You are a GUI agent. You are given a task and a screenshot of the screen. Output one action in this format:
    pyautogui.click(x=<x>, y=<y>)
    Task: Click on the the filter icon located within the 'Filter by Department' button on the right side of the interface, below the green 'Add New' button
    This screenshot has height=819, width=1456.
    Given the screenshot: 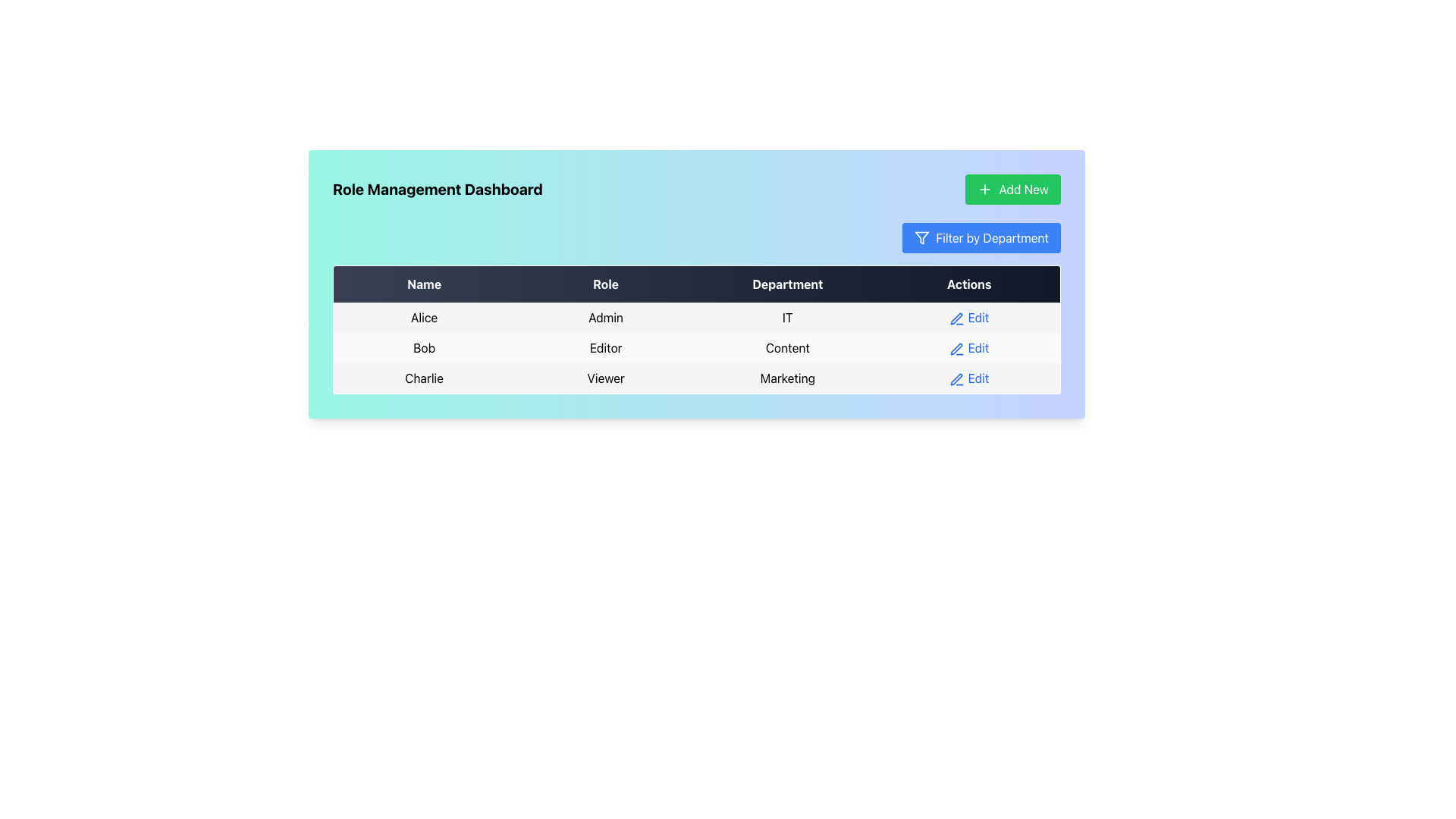 What is the action you would take?
    pyautogui.click(x=921, y=237)
    